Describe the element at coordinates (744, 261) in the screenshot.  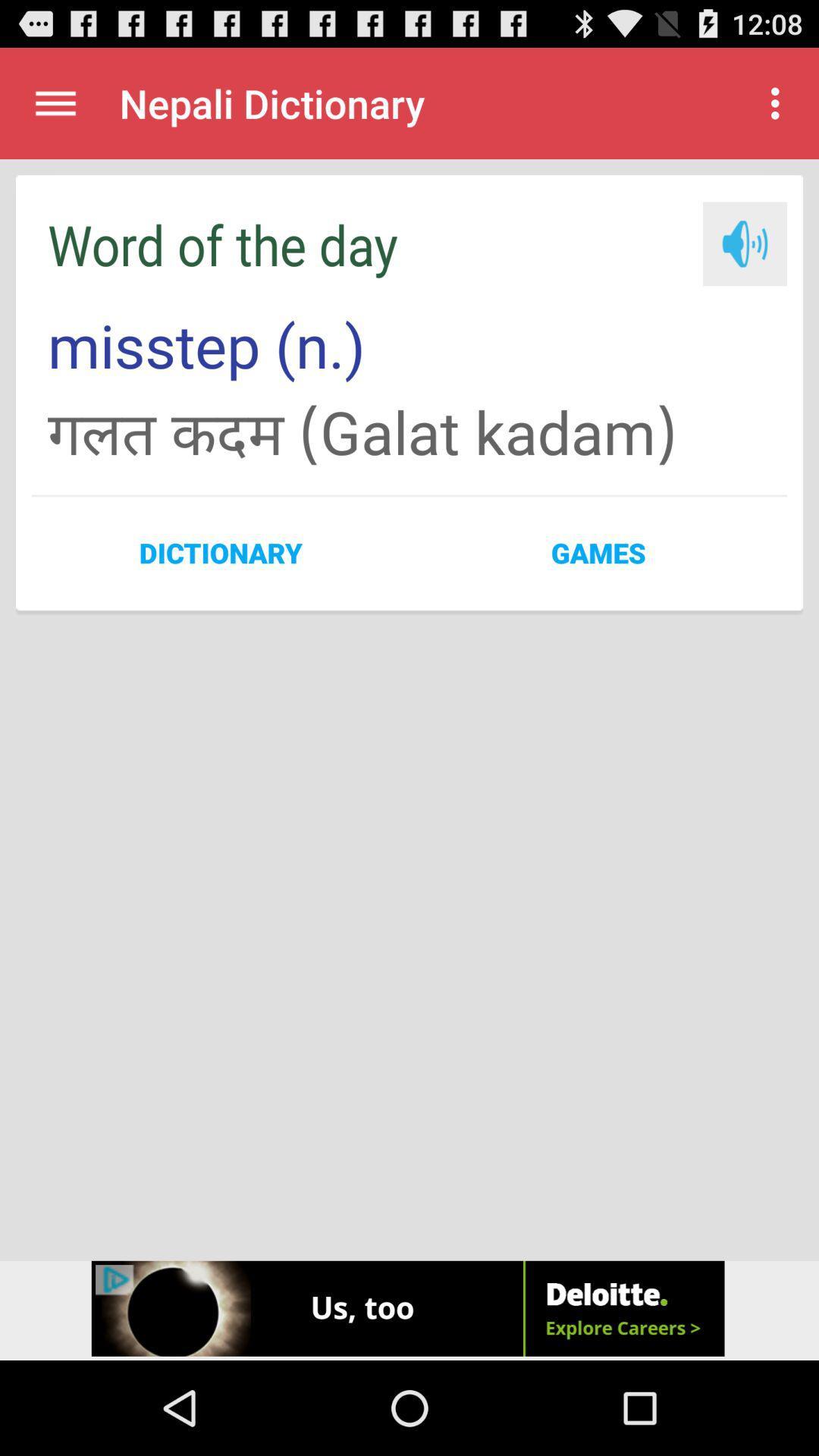
I see `the volume icon` at that location.